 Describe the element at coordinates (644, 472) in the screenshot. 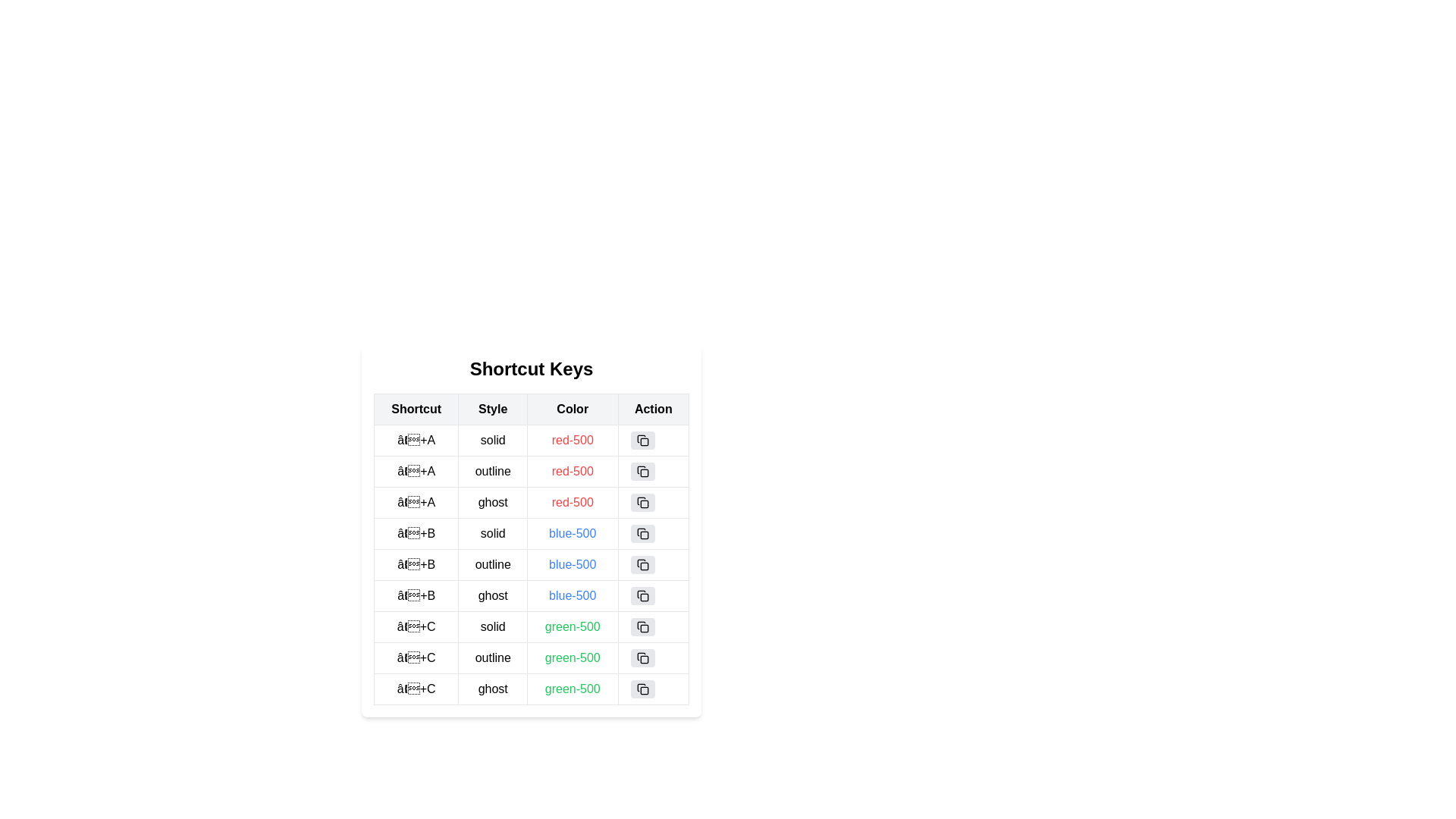

I see `the small rounded rectangle part of the copy icon located in the 'Action' column of the 'Shortcut Keys' table` at that location.